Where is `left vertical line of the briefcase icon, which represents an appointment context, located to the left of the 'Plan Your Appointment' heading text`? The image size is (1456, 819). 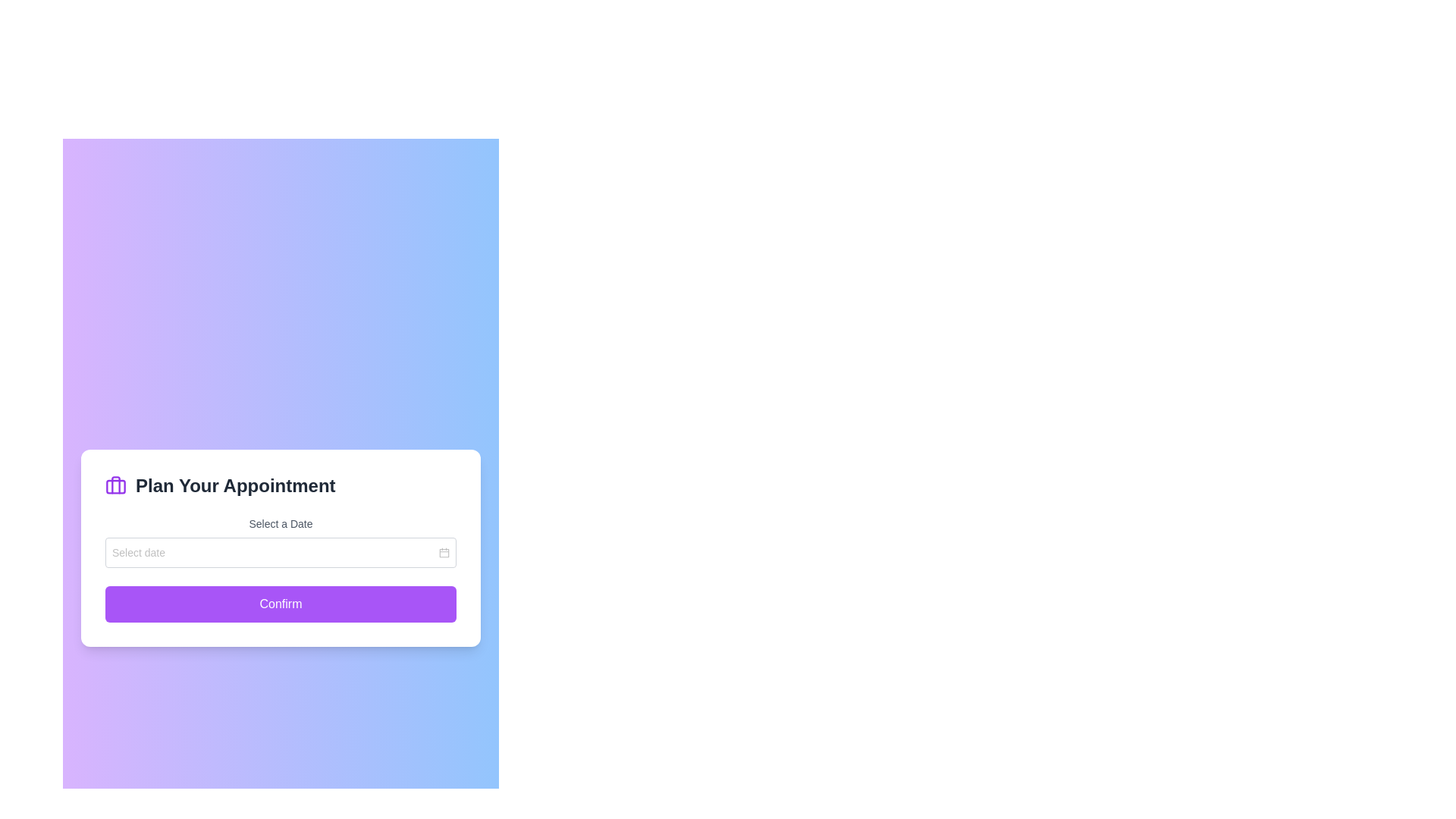 left vertical line of the briefcase icon, which represents an appointment context, located to the left of the 'Plan Your Appointment' heading text is located at coordinates (115, 485).